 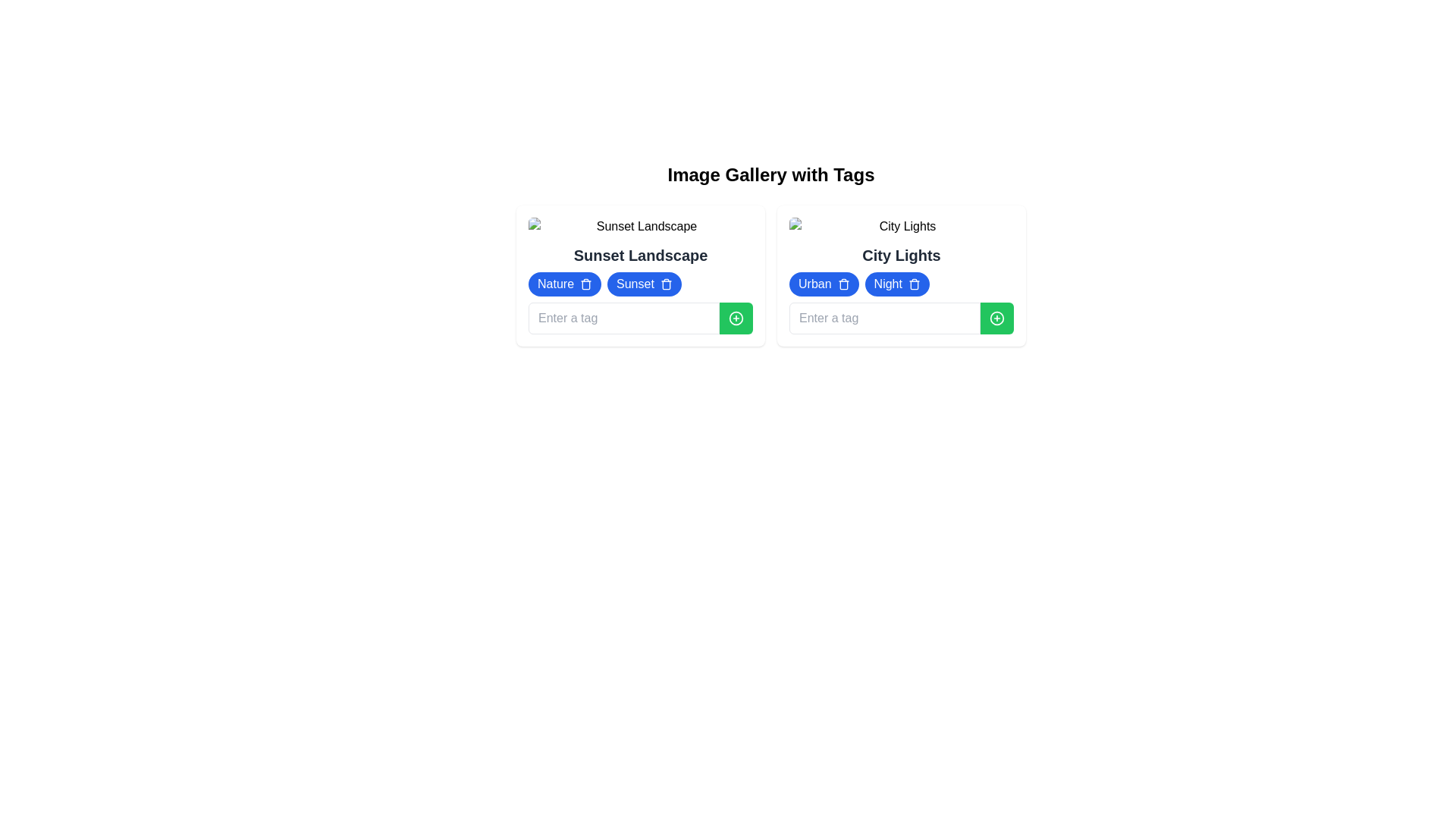 What do you see at coordinates (666, 284) in the screenshot?
I see `the Trash/Remove Action icon located to the right of the 'Sunset' text, which is the second tag in the 'Sunset Landscape' group` at bounding box center [666, 284].